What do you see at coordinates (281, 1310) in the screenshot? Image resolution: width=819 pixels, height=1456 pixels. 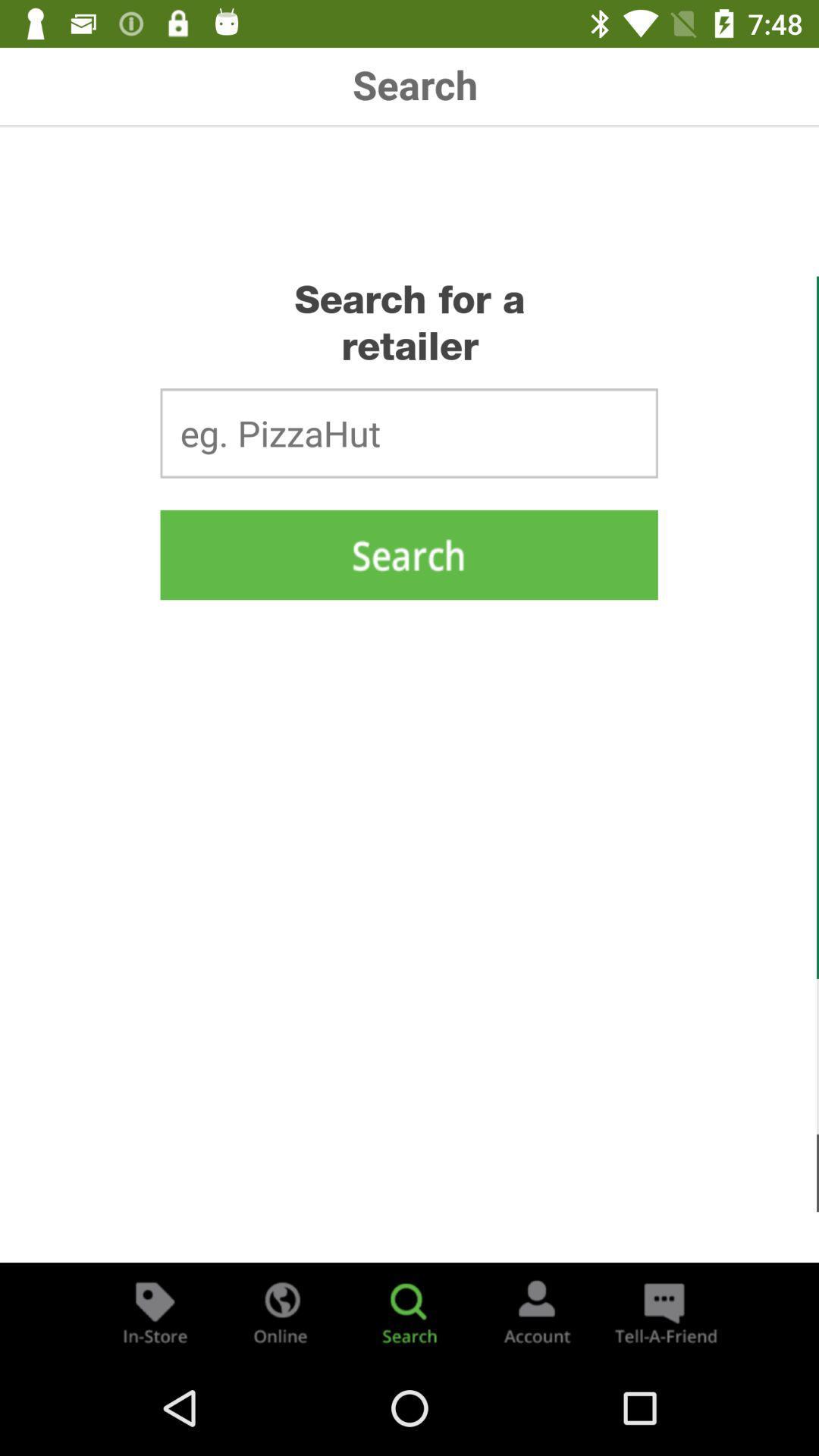 I see `show online discounts` at bounding box center [281, 1310].